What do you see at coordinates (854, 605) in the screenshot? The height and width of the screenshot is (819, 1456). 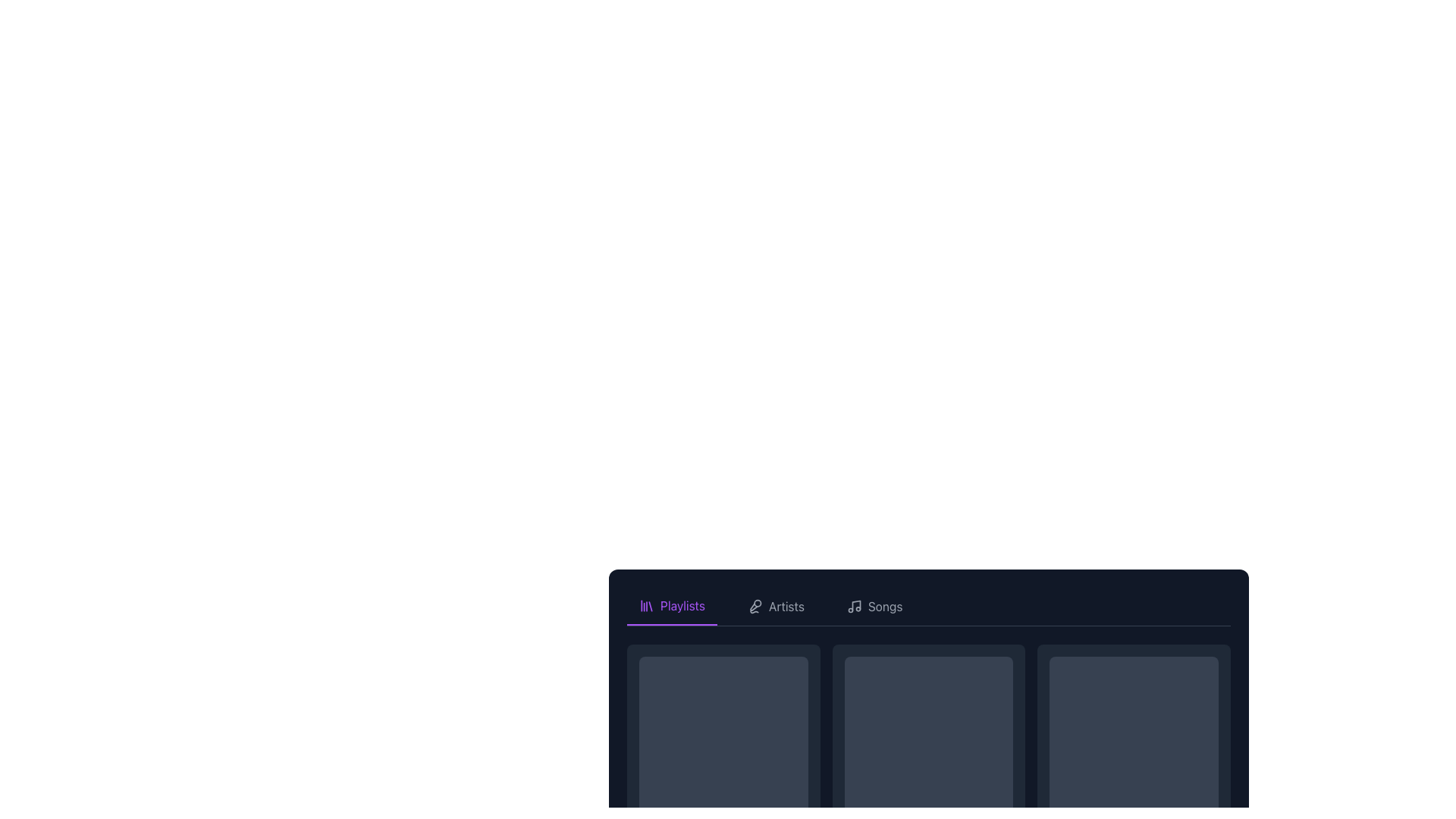 I see `small musical note icon located in the navigation menu, positioned to the right of the 'Artists' tab and left of the 'Songs' text` at bounding box center [854, 605].